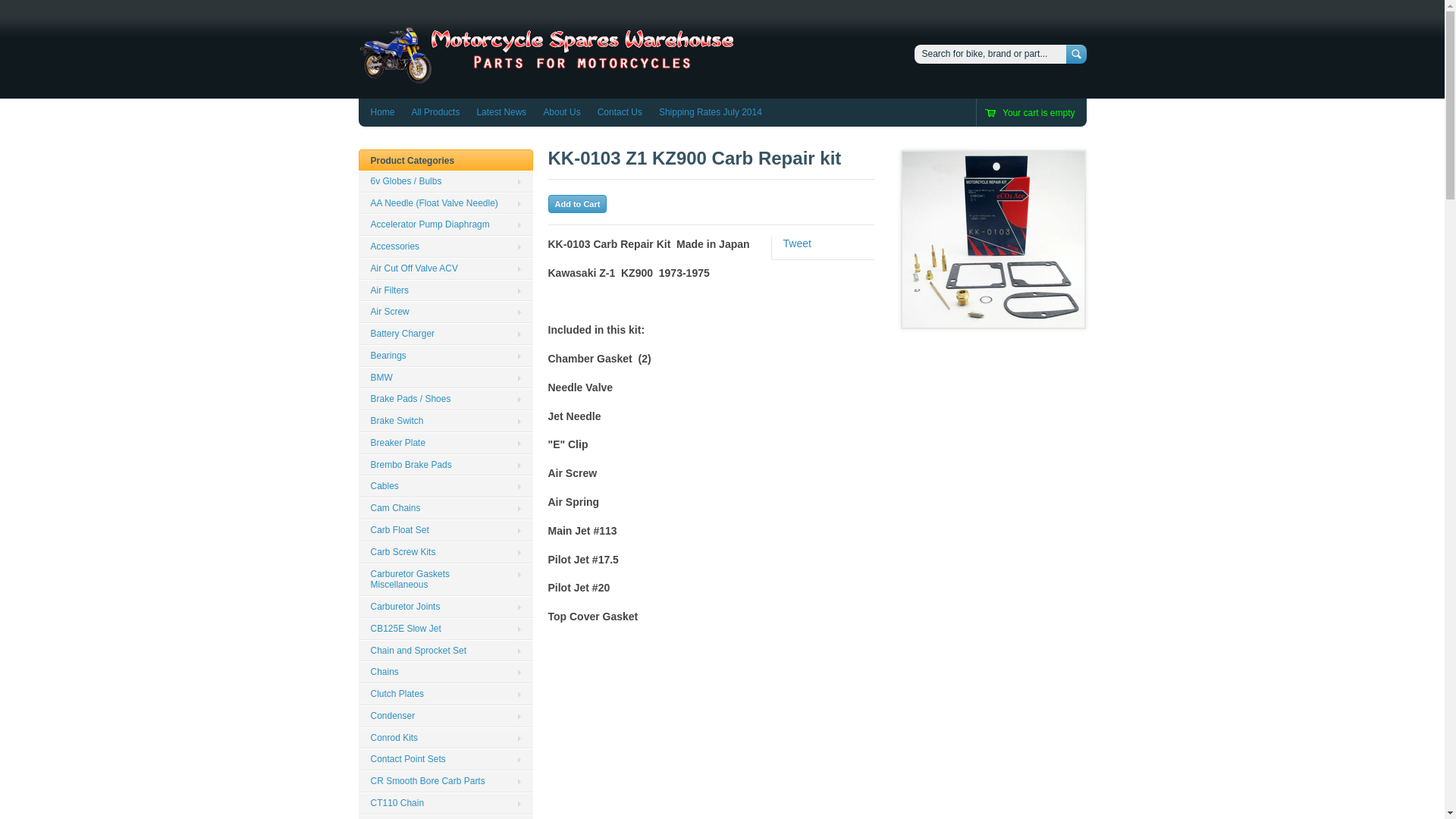 The height and width of the screenshot is (819, 1456). What do you see at coordinates (444, 224) in the screenshot?
I see `'Accelerator Pump Diaphragm'` at bounding box center [444, 224].